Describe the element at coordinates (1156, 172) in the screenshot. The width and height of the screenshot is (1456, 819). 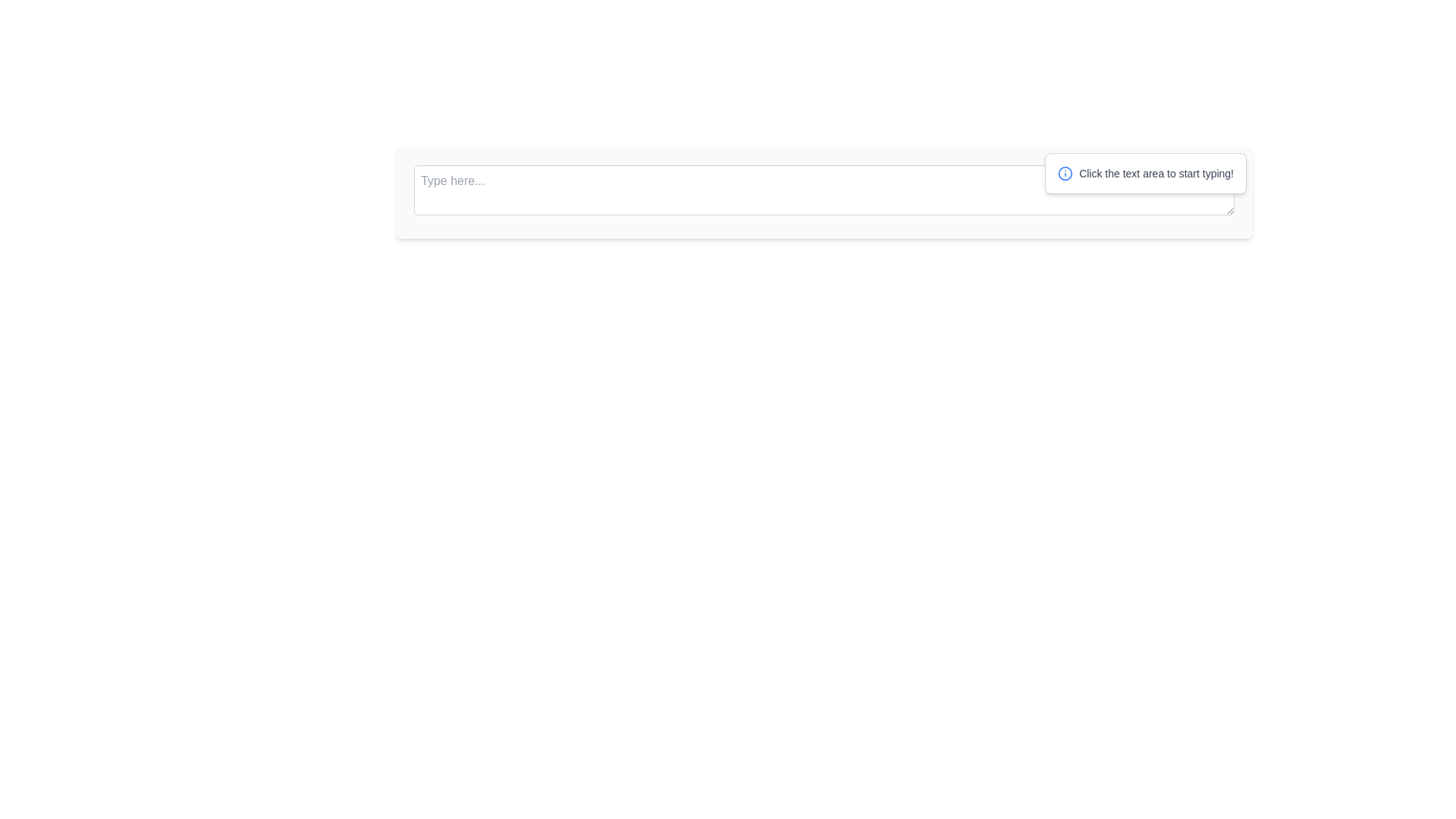
I see `the text label that prompts 'Click the text area to start typing!', which is styled in a small gray font and is located to the right of a small blue icon` at that location.